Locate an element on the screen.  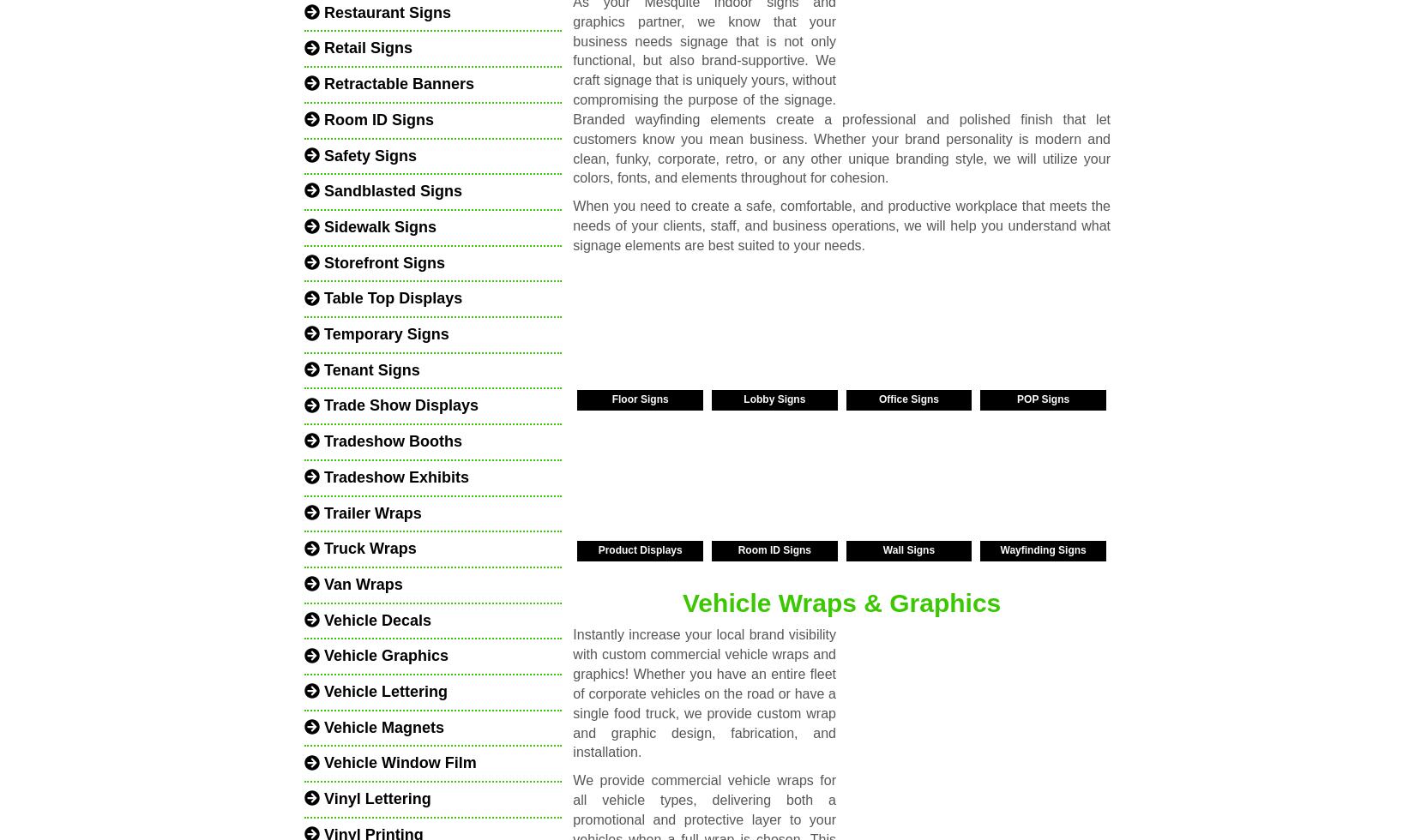
'Table Top Displays' is located at coordinates (320, 297).